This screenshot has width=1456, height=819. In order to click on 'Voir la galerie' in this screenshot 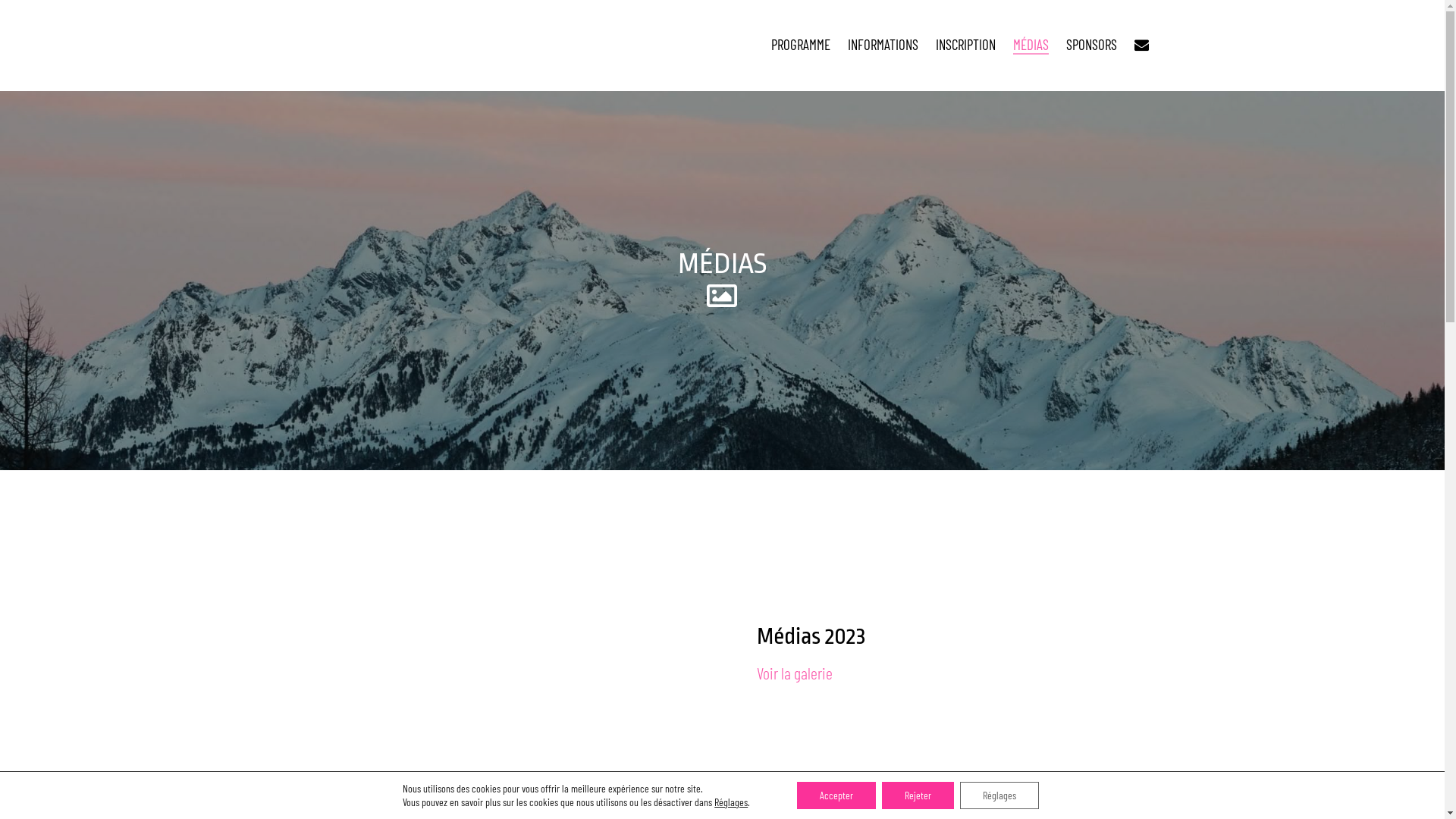, I will do `click(793, 672)`.